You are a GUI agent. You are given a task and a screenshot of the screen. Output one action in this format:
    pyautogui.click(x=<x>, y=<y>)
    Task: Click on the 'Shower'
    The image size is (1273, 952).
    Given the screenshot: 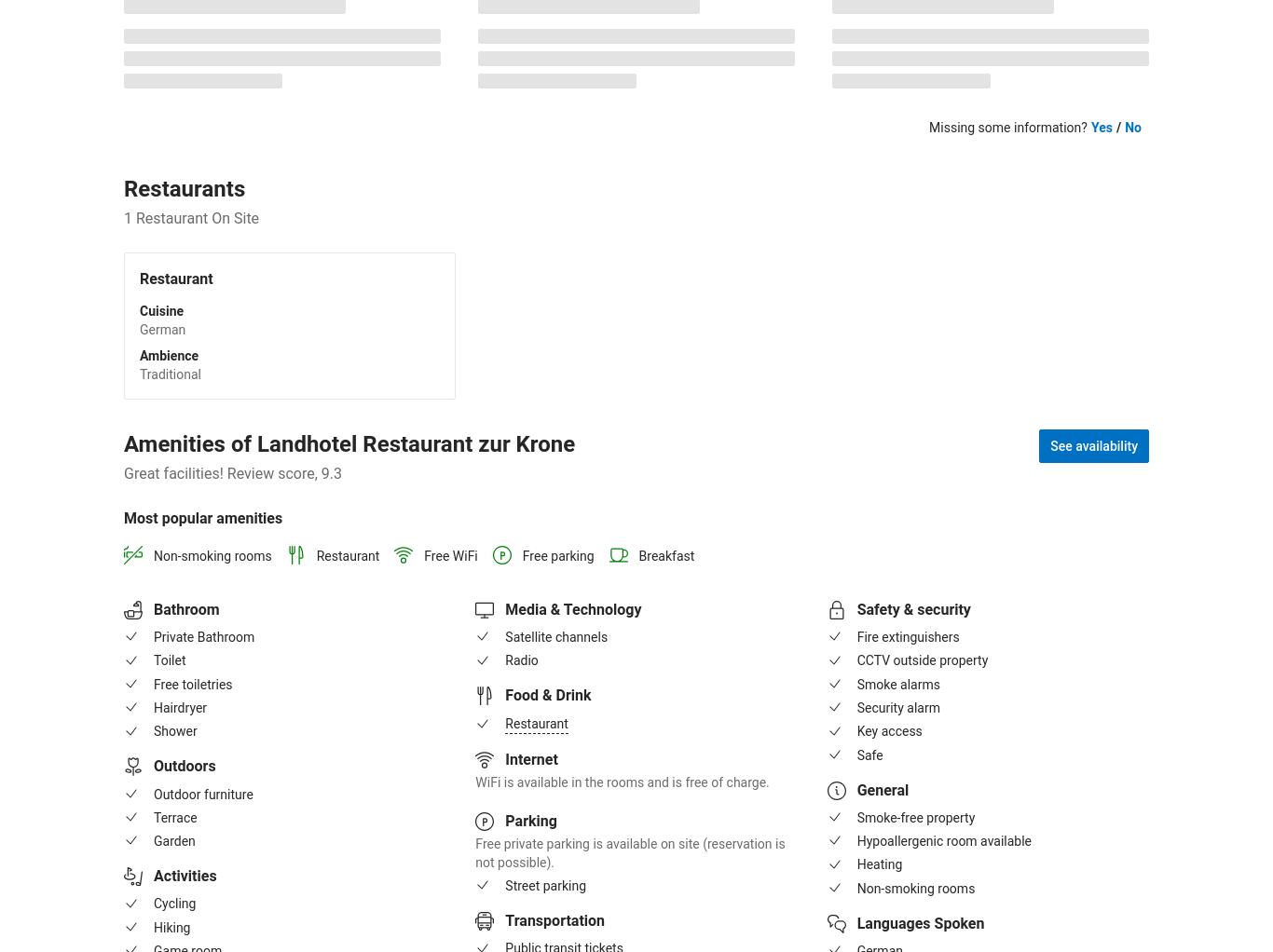 What is the action you would take?
    pyautogui.click(x=153, y=730)
    